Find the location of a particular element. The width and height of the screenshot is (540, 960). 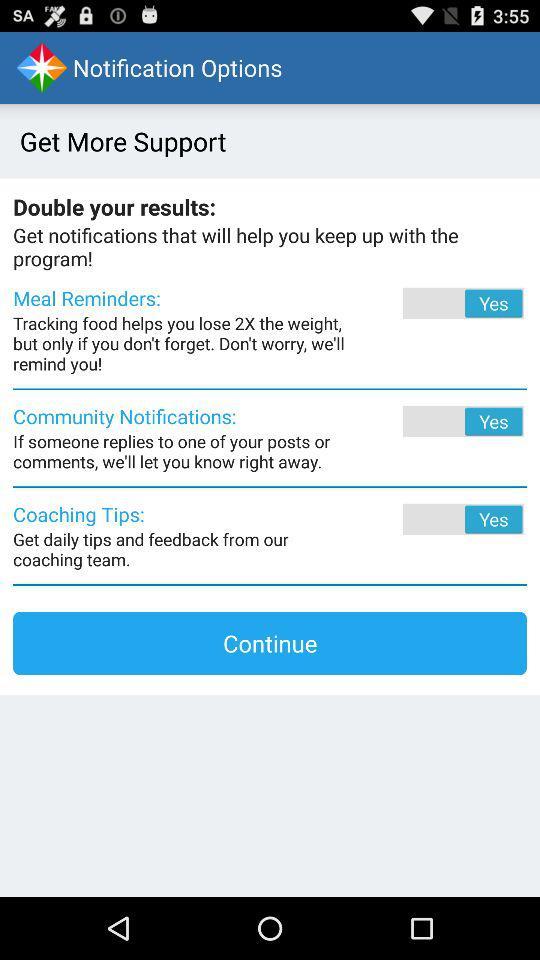

community notifications is located at coordinates (435, 421).